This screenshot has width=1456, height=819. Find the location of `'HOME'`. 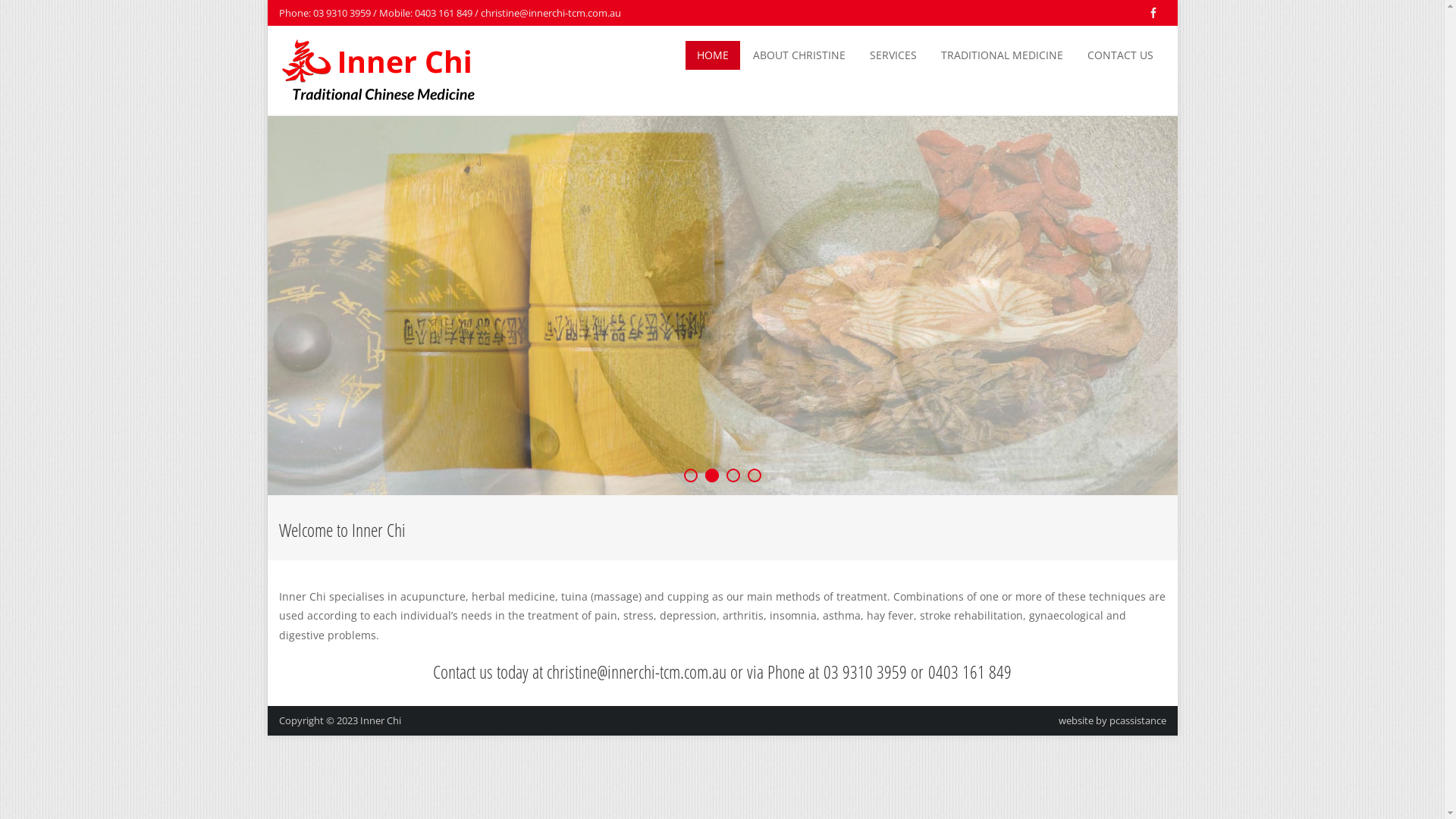

'HOME' is located at coordinates (684, 55).